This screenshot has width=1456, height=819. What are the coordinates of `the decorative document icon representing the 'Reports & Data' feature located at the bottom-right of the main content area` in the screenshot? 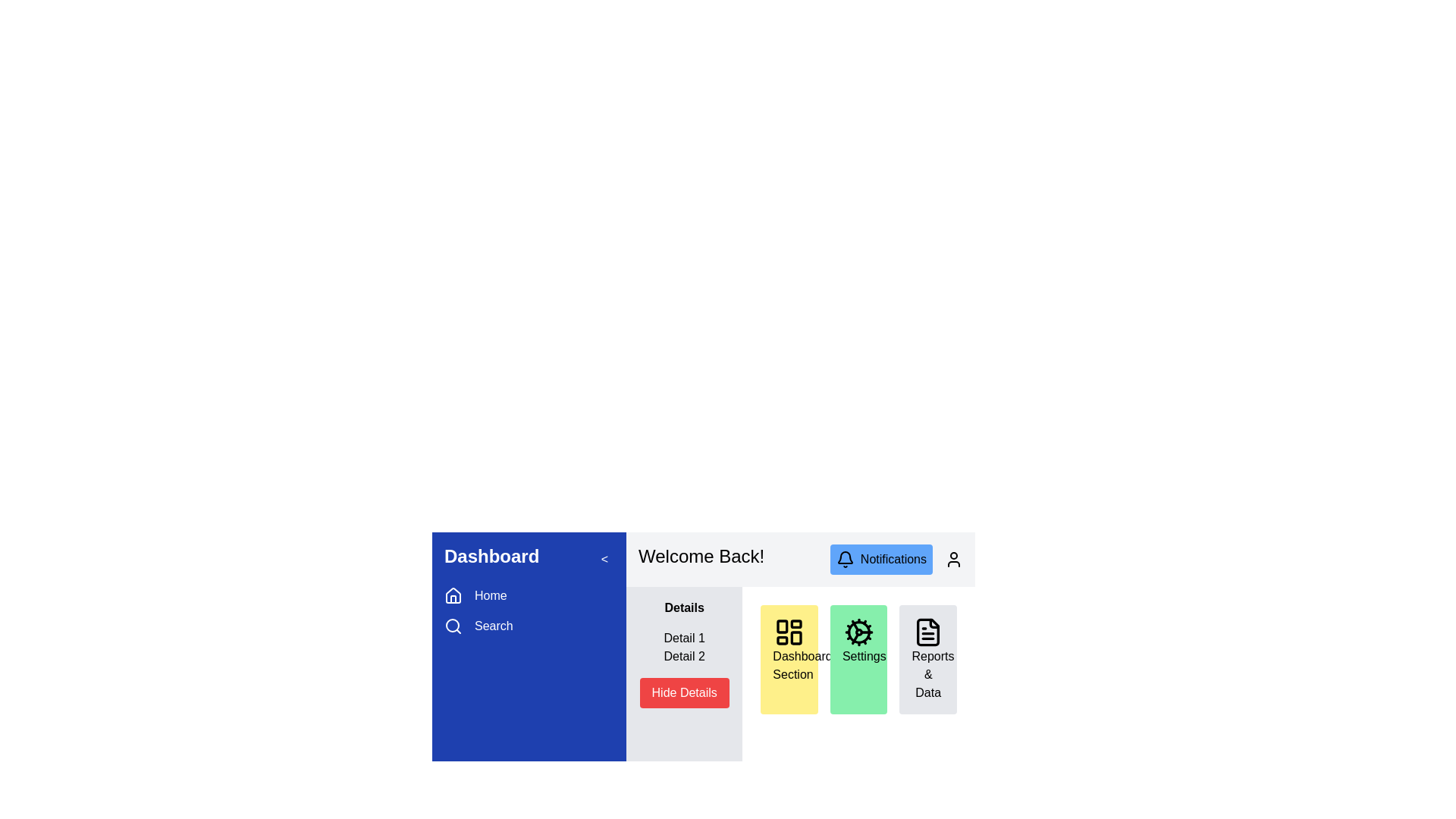 It's located at (927, 632).